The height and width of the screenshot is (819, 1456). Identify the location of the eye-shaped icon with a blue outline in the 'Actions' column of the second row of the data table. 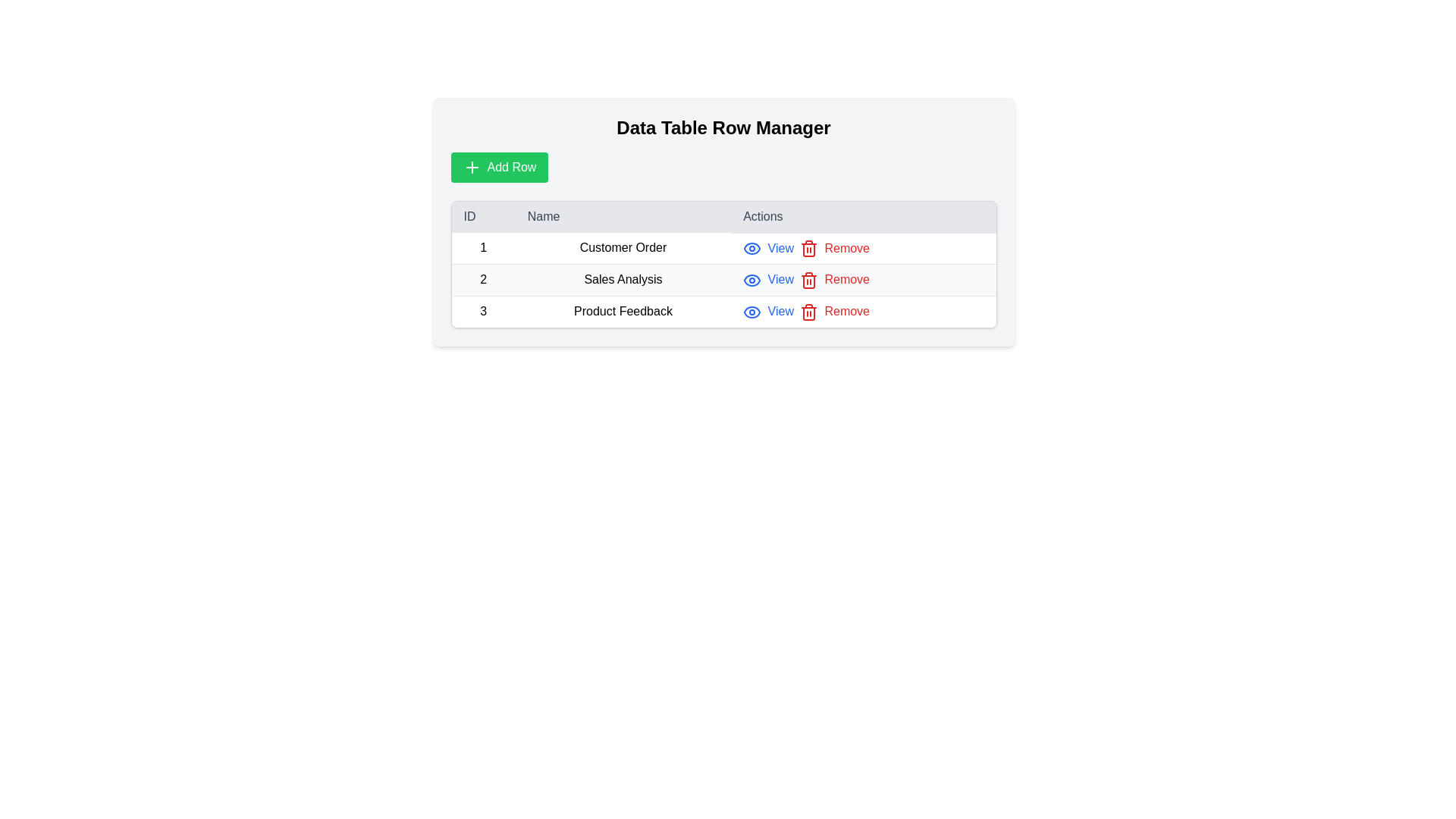
(752, 281).